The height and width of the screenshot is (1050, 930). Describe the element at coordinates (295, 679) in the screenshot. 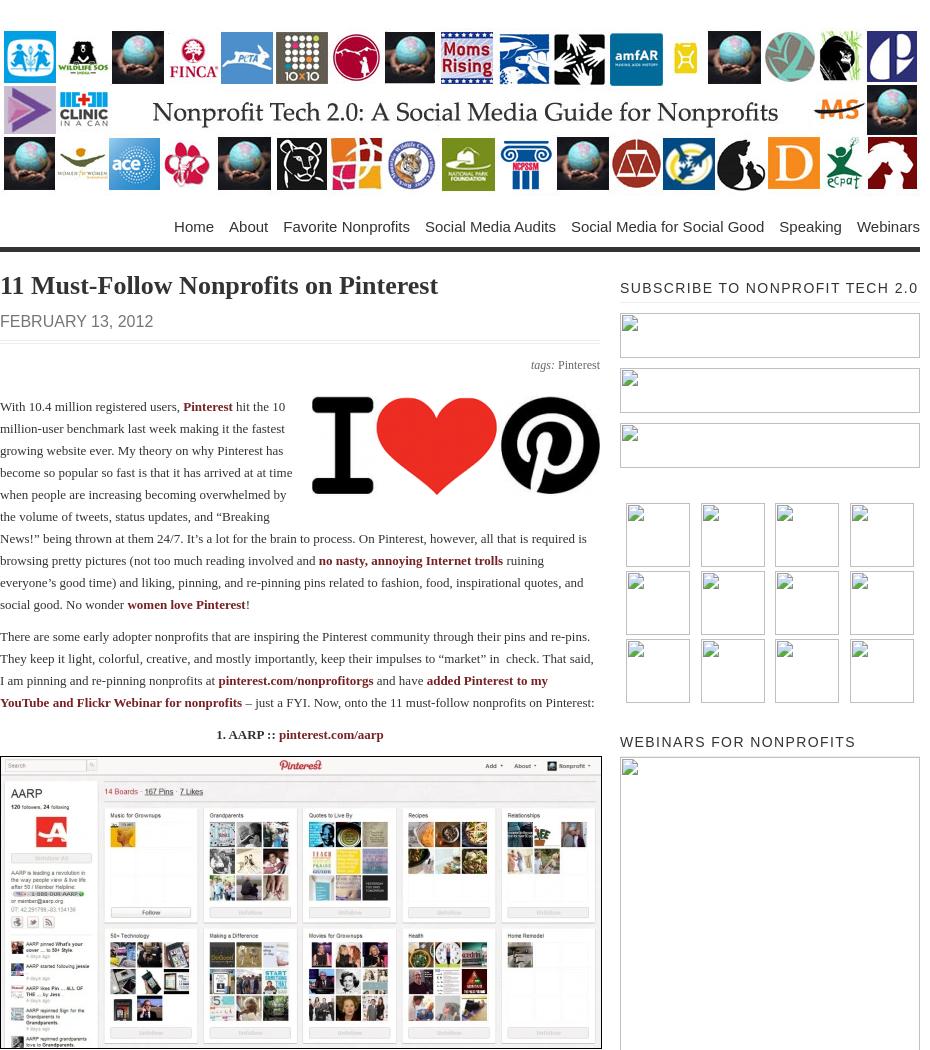

I see `'pinterest.com/nonprofitorgs'` at that location.